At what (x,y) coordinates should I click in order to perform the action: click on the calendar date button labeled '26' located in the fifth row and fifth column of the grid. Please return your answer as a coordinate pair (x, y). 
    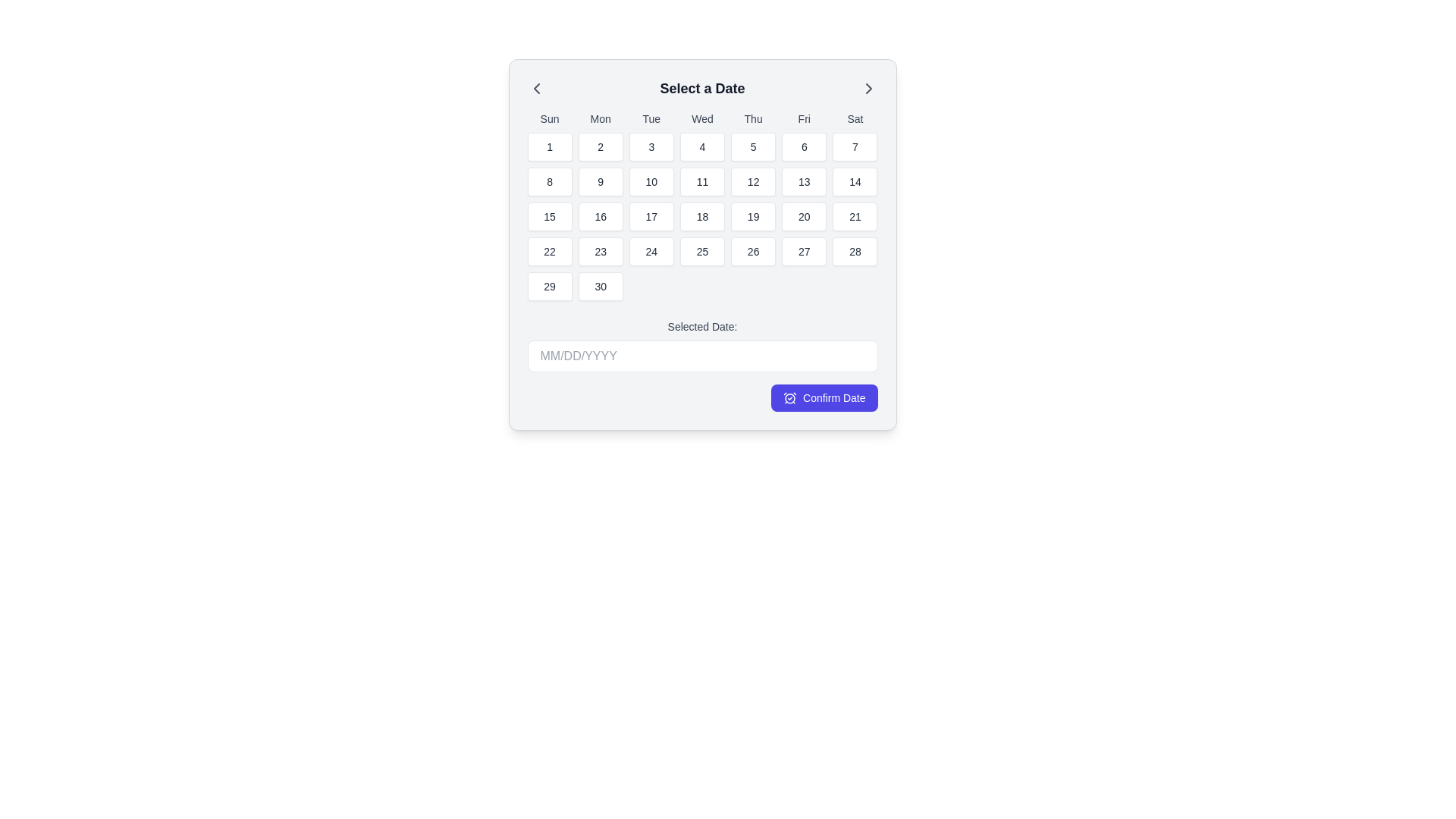
    Looking at the image, I should click on (753, 250).